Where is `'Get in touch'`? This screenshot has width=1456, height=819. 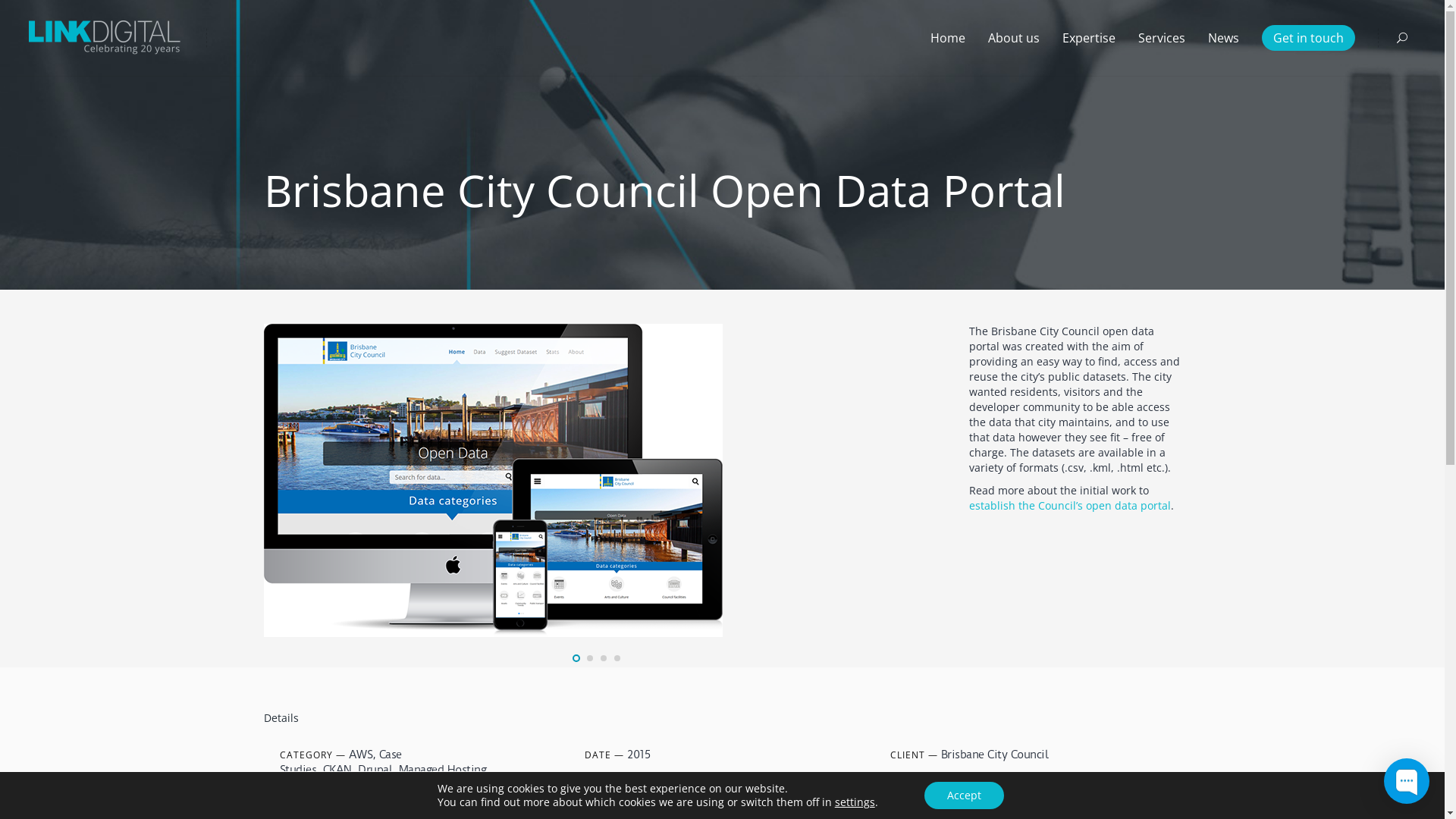
'Get in touch' is located at coordinates (1307, 37).